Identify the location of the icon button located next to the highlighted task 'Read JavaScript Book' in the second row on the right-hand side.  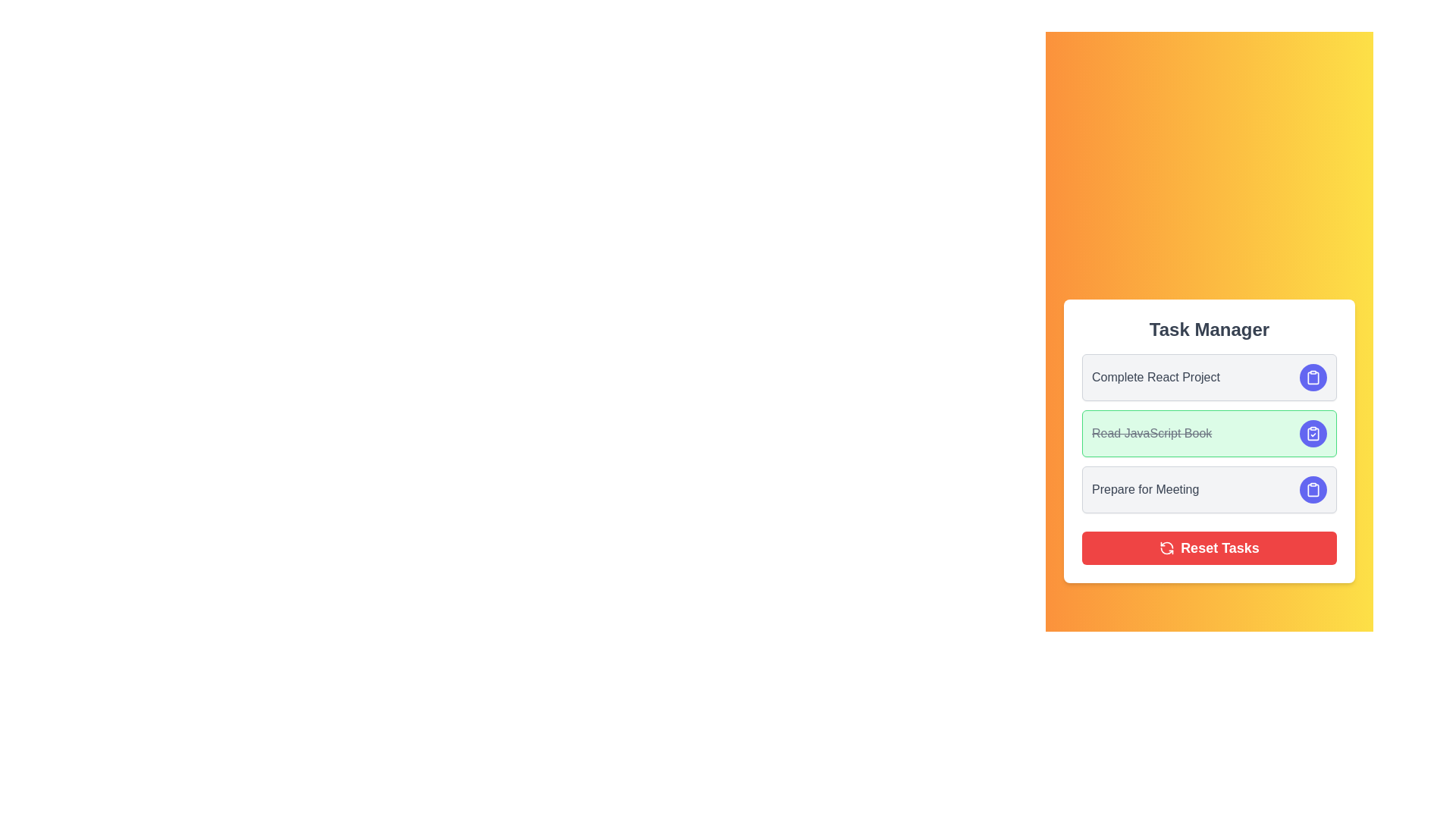
(1313, 489).